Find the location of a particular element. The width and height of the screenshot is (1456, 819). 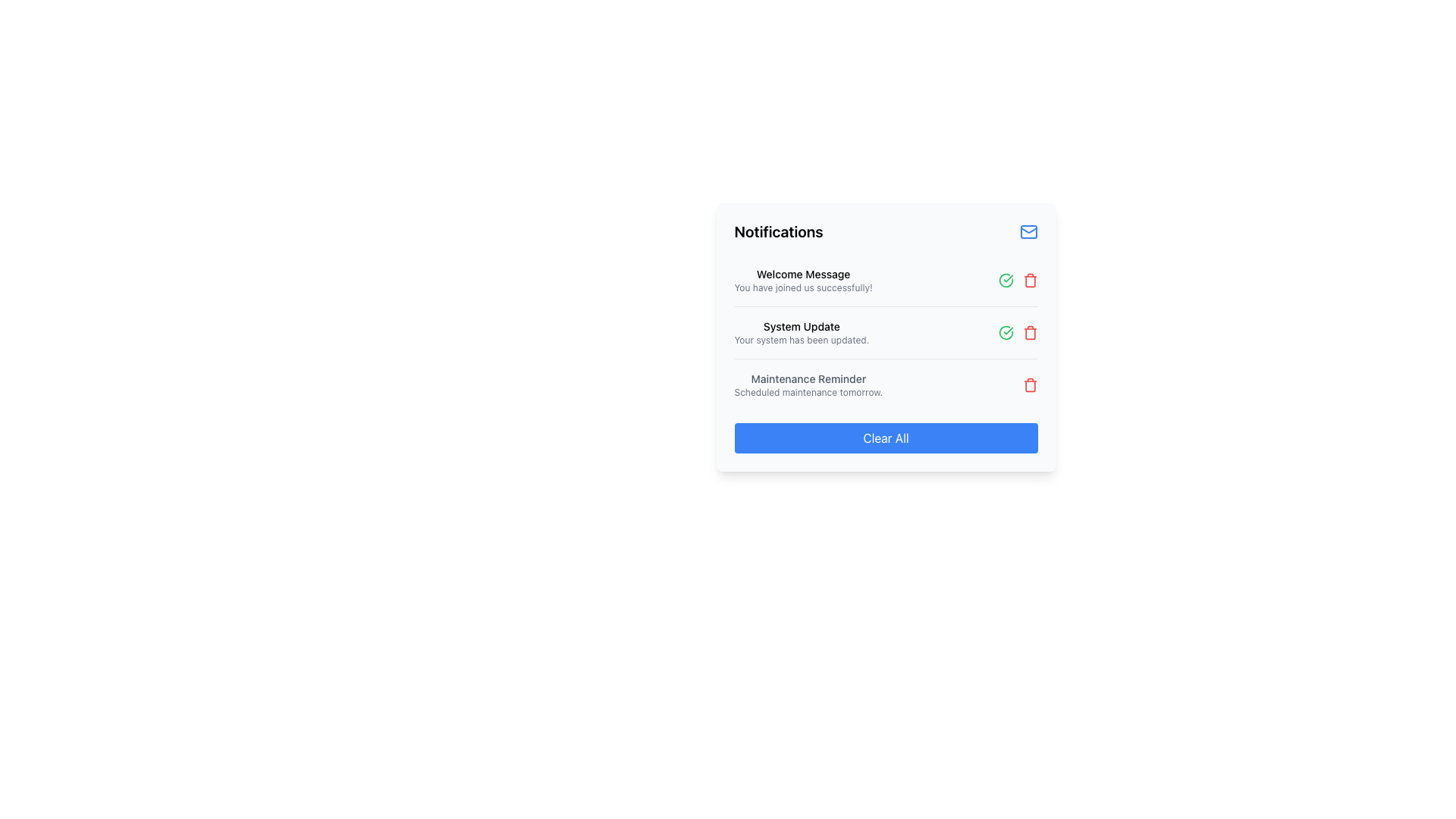

the second notification in the list, which informs the user about a 'System Update' and confirms that the system has been updated is located at coordinates (801, 332).